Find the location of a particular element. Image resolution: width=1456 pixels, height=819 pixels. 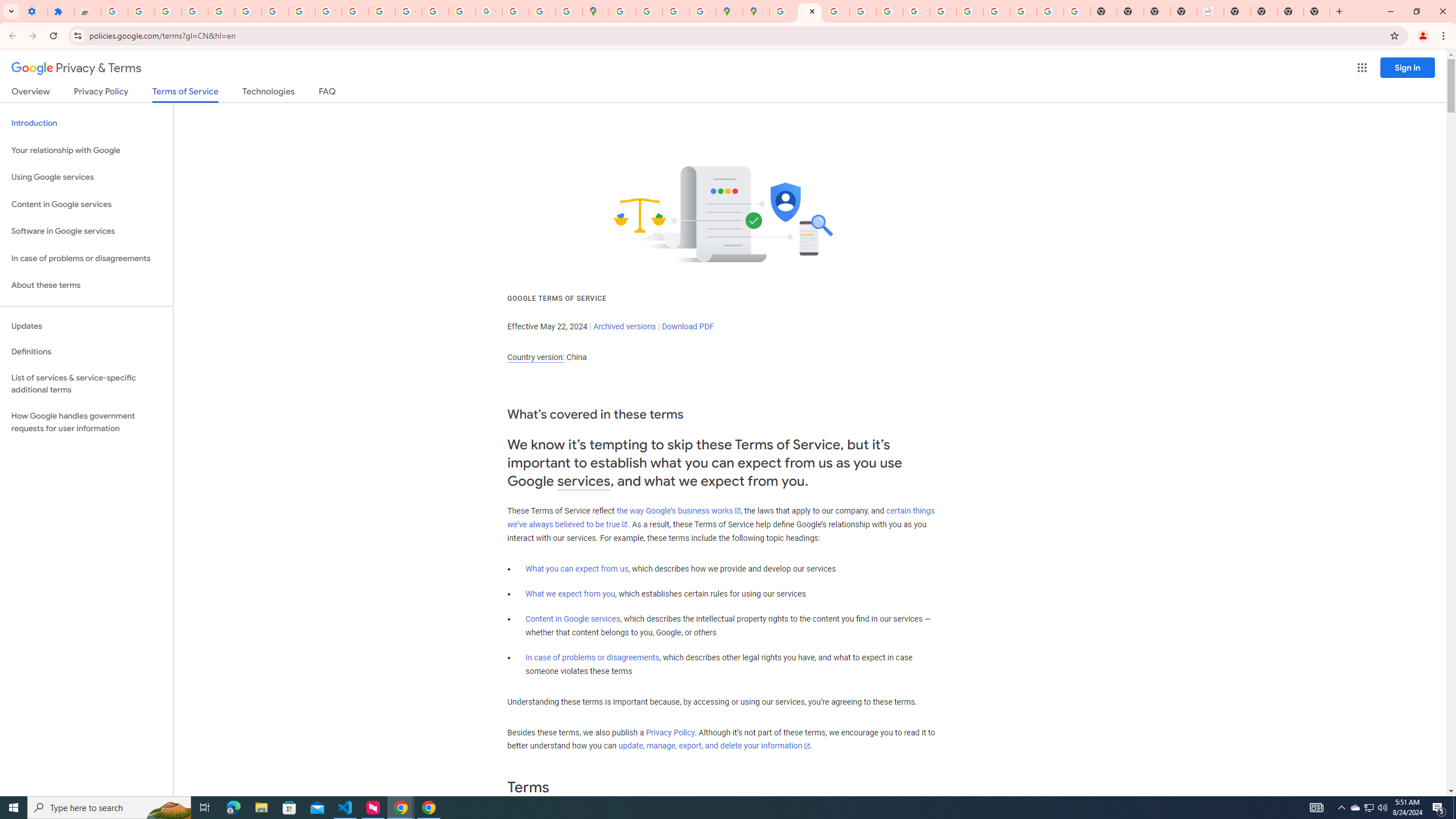

'Software in Google services' is located at coordinates (86, 230).